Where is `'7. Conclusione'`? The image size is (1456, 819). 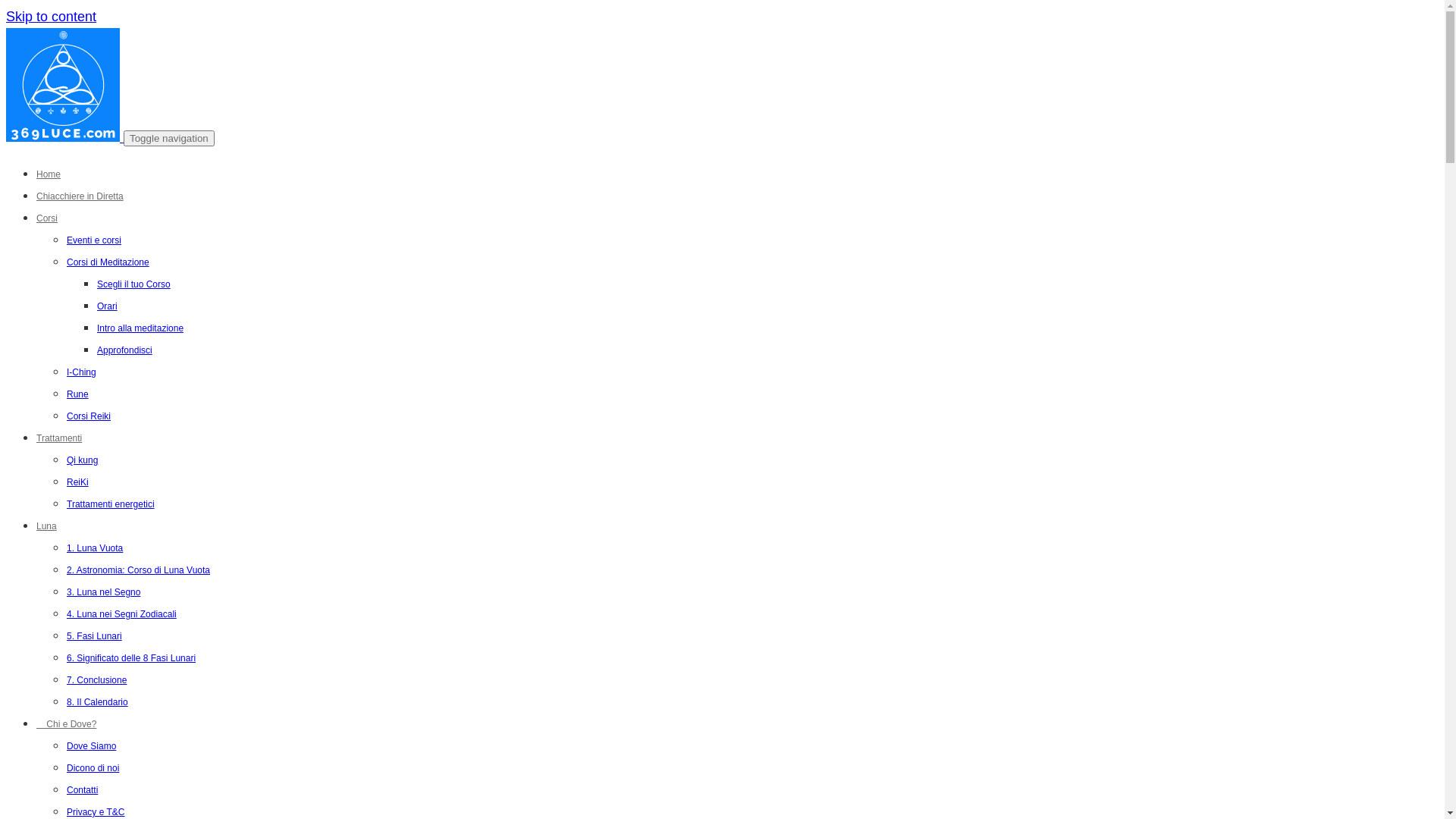 '7. Conclusione' is located at coordinates (96, 679).